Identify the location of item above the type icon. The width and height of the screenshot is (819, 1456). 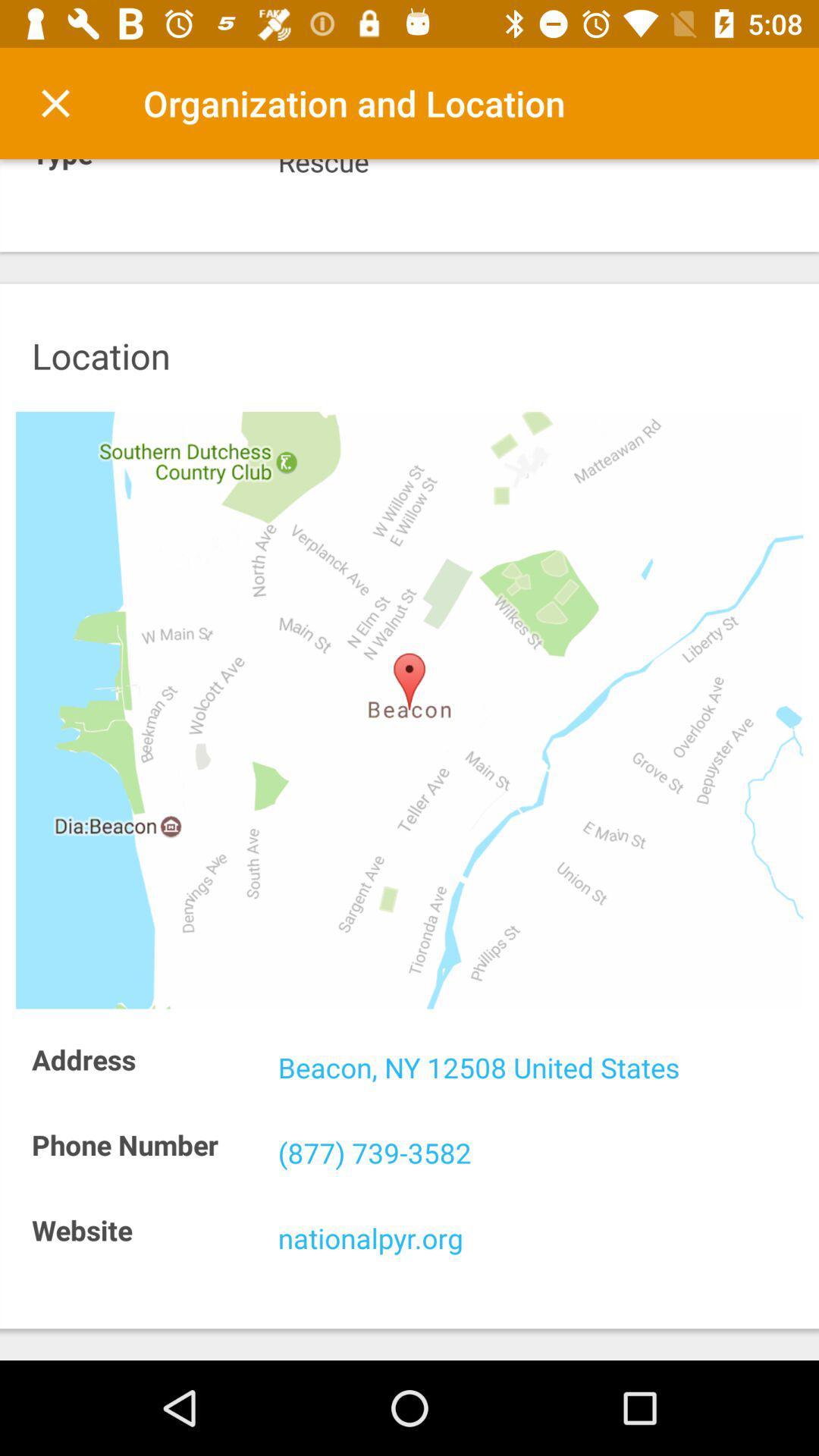
(55, 102).